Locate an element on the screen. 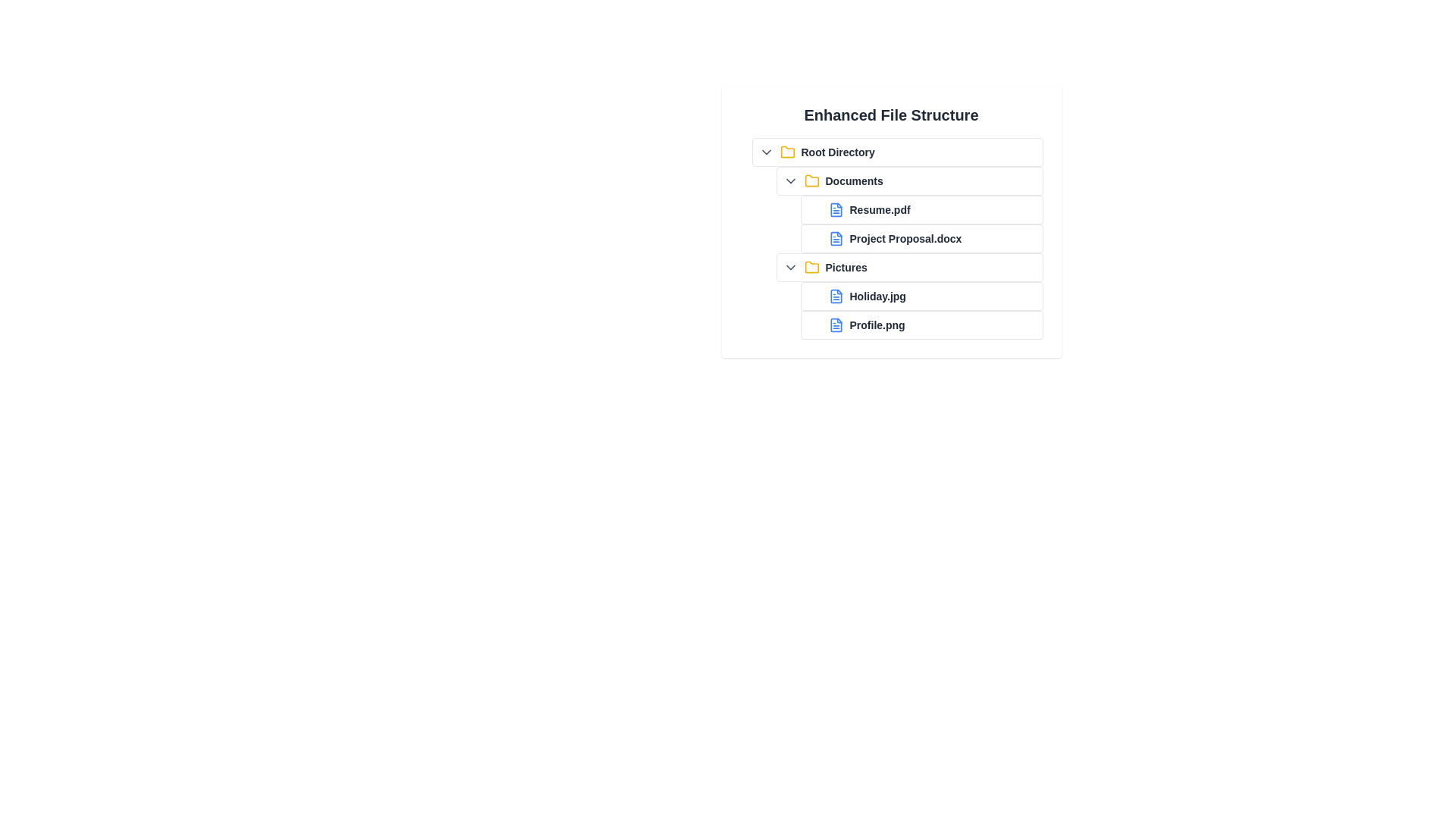  the 'Profile.png' file item, which is the second file listed under the 'Pictures' folder is located at coordinates (915, 324).